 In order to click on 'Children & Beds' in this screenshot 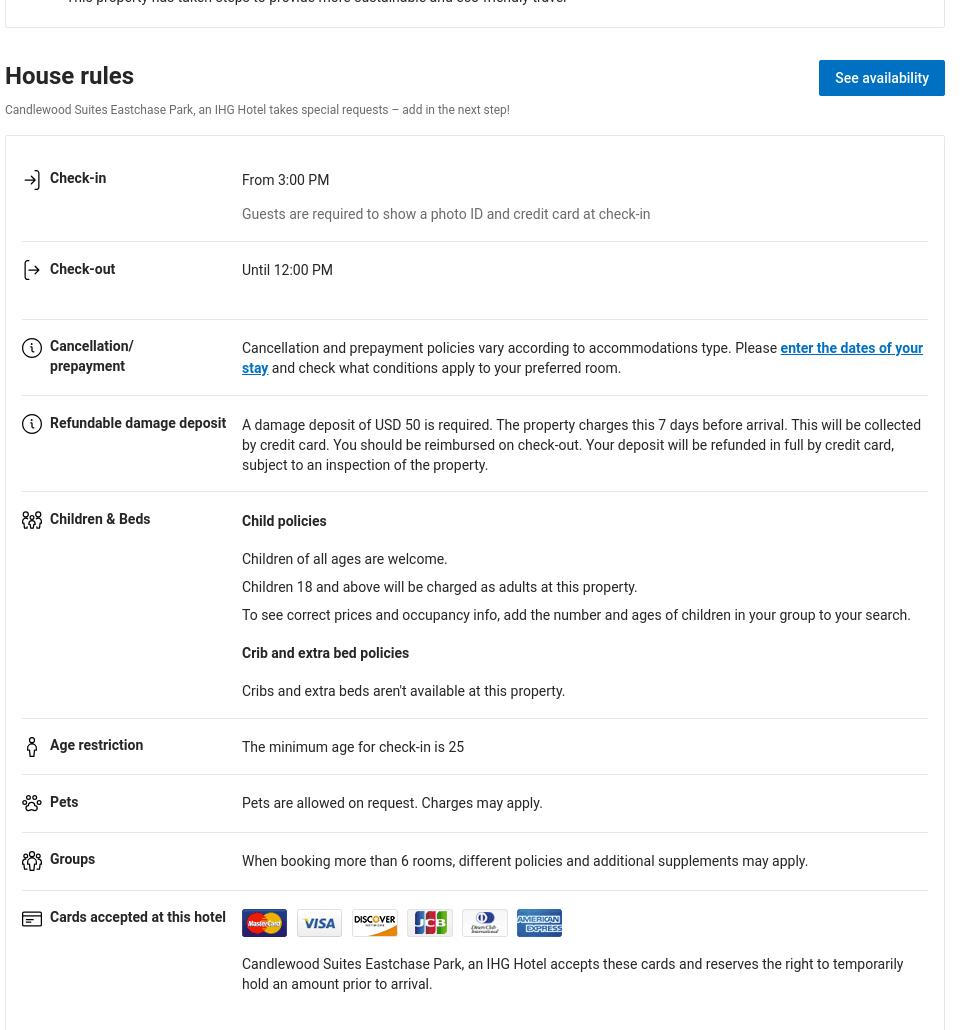, I will do `click(99, 519)`.